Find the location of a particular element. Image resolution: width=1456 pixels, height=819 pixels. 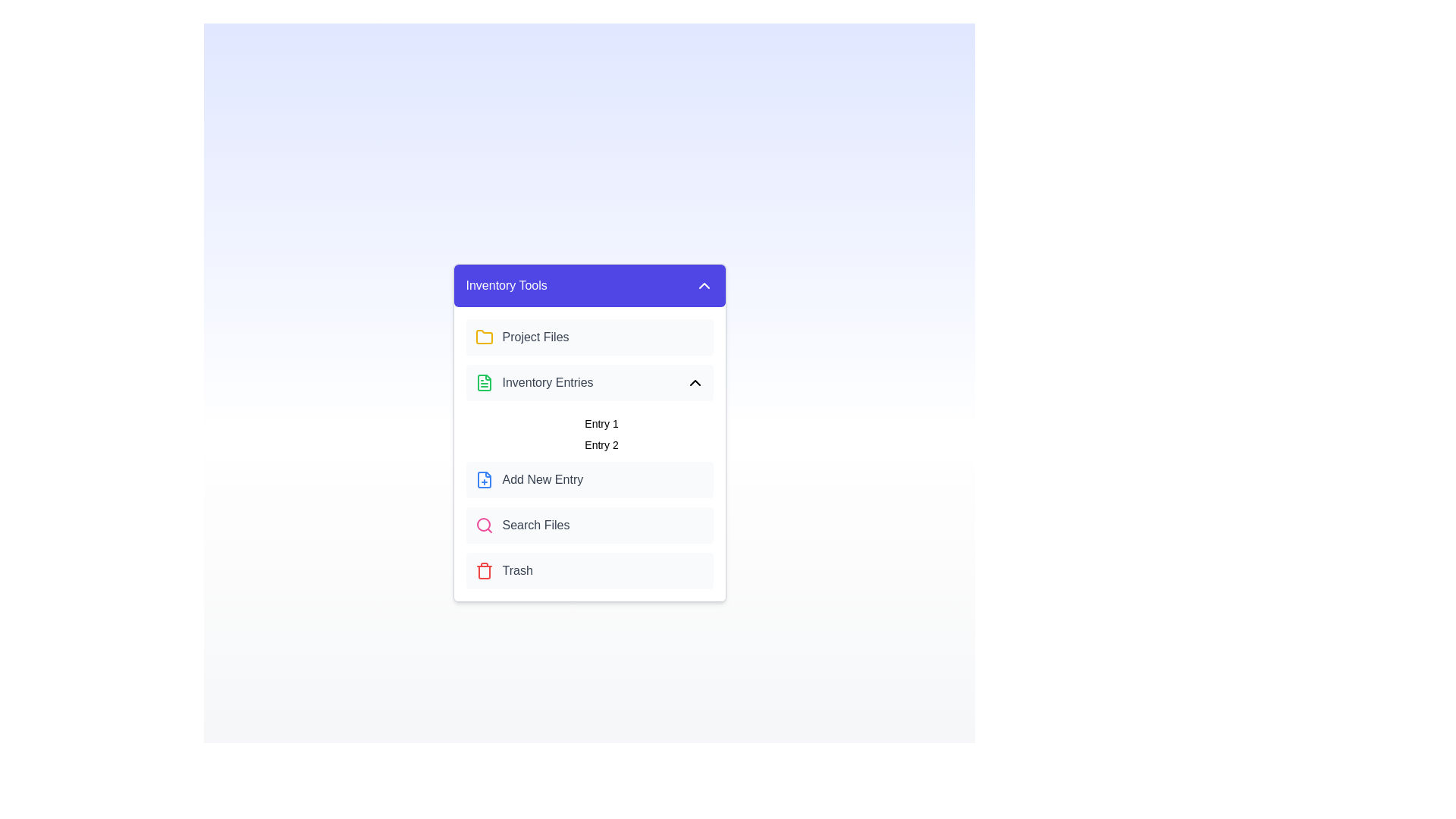

the pink search icon (magnifying glass) located on the left side of the 'Search Files' row, which is the fourth item from the top is located at coordinates (483, 525).